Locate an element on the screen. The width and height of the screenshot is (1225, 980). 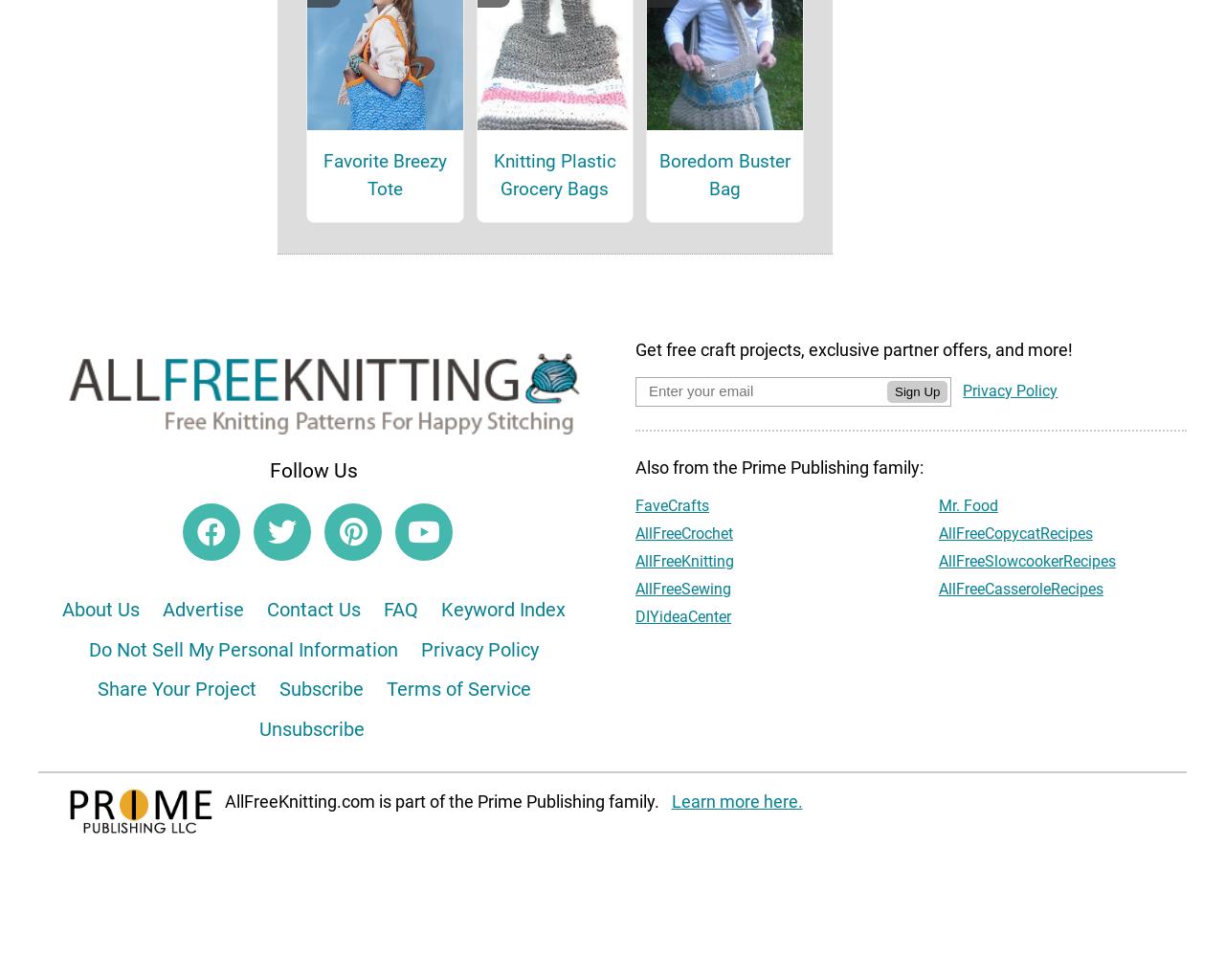
'Contact Us' is located at coordinates (313, 635).